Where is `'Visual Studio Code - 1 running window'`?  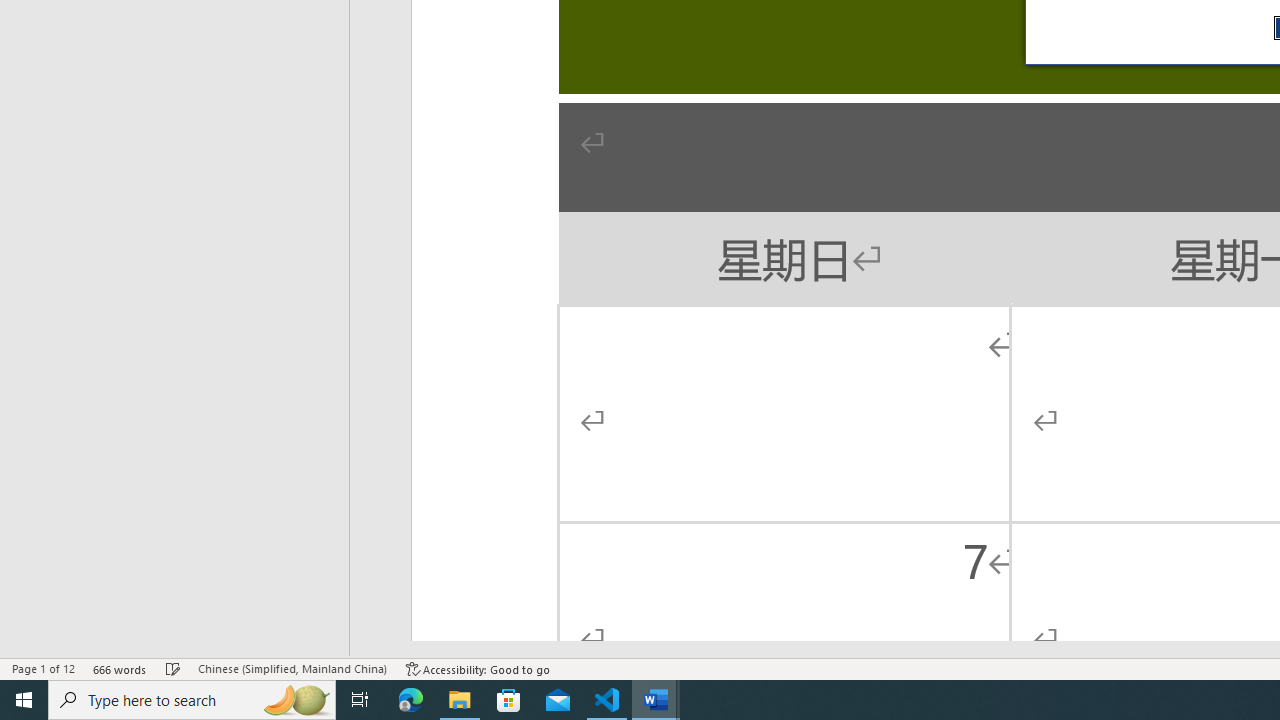 'Visual Studio Code - 1 running window' is located at coordinates (606, 698).